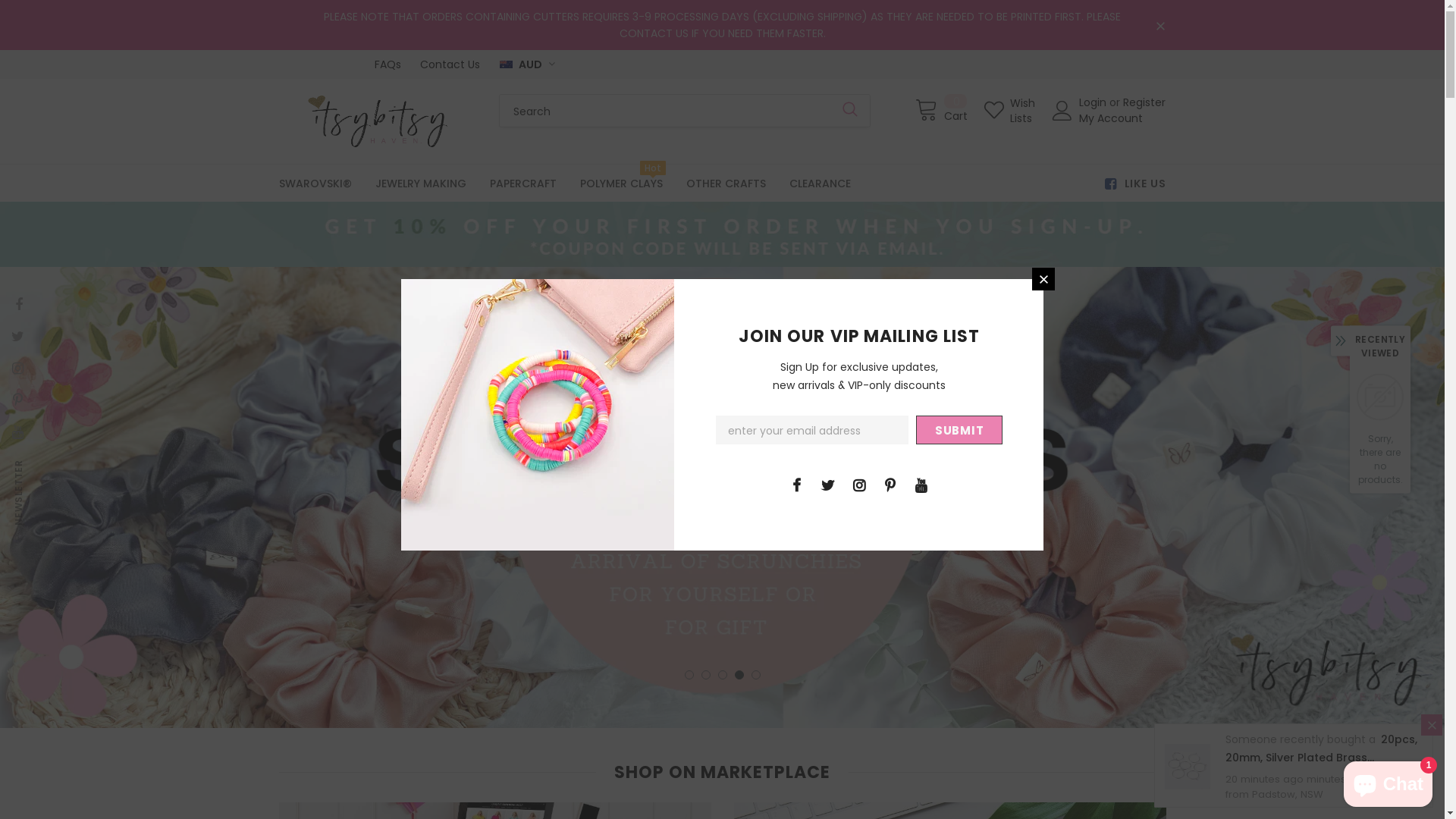 This screenshot has height=819, width=1456. Describe the element at coordinates (419, 182) in the screenshot. I see `'JEWELRY MAKING'` at that location.